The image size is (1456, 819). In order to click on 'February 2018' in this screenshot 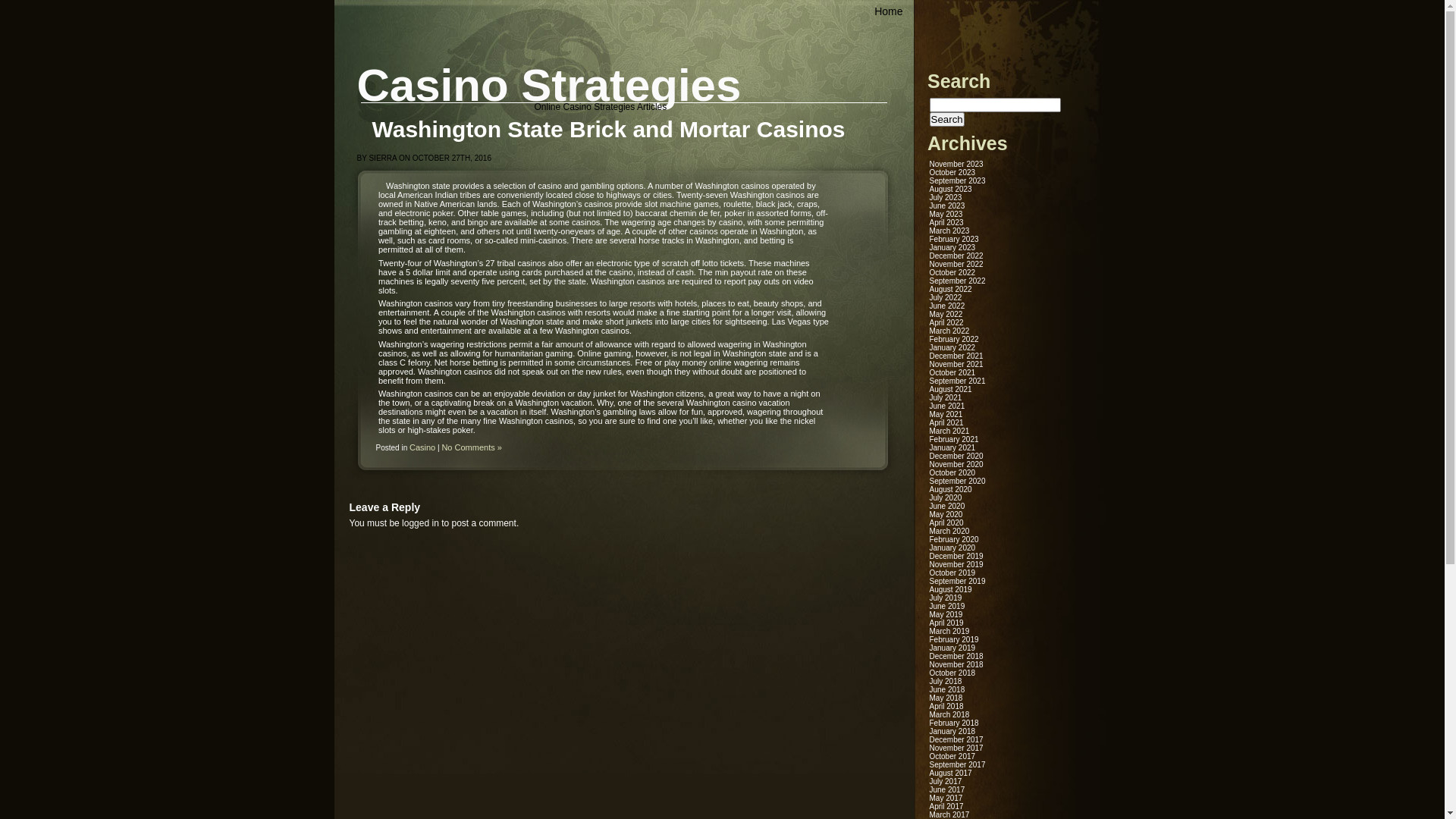, I will do `click(953, 722)`.